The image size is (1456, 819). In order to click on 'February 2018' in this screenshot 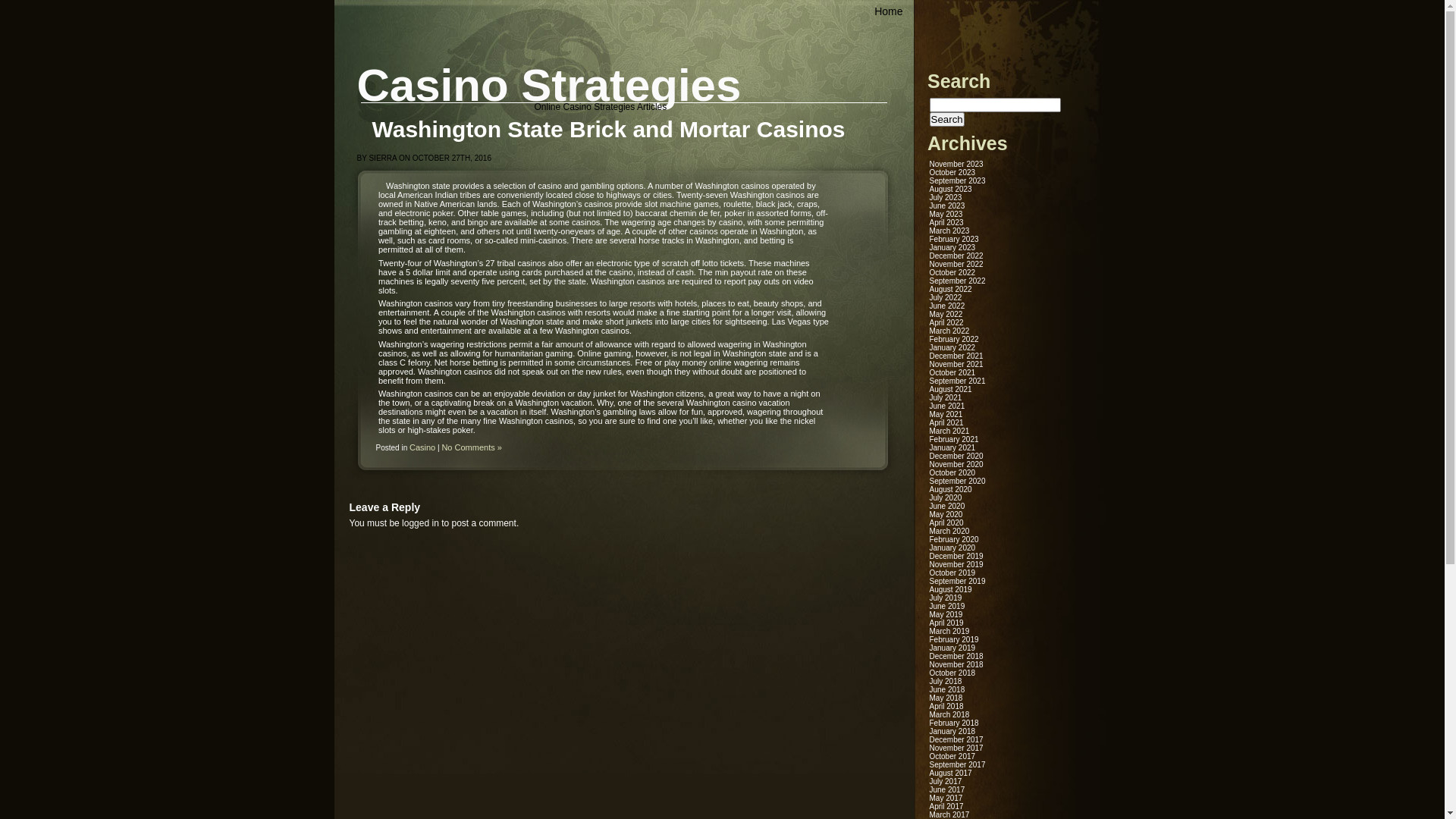, I will do `click(953, 722)`.